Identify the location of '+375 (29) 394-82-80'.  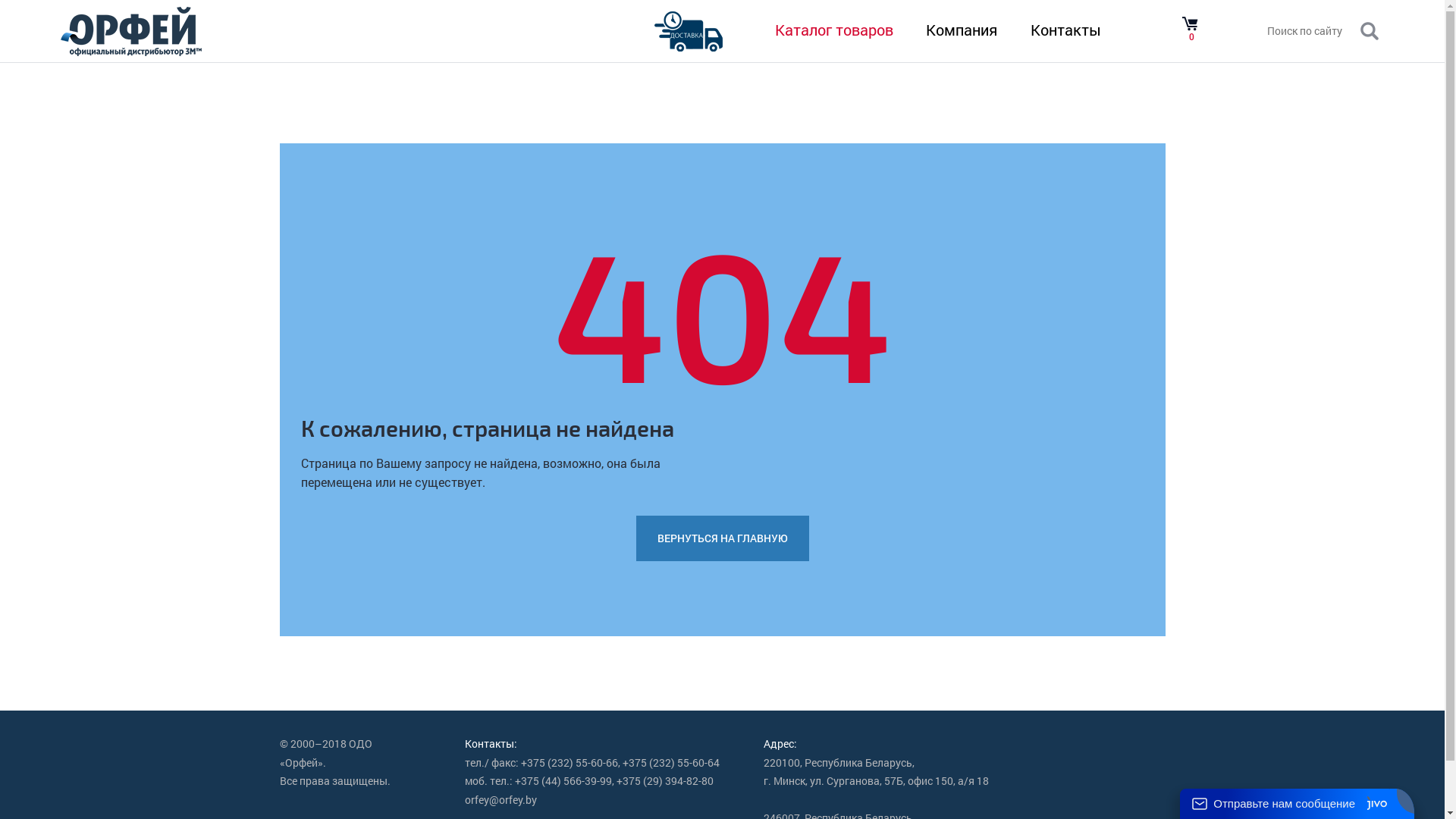
(665, 781).